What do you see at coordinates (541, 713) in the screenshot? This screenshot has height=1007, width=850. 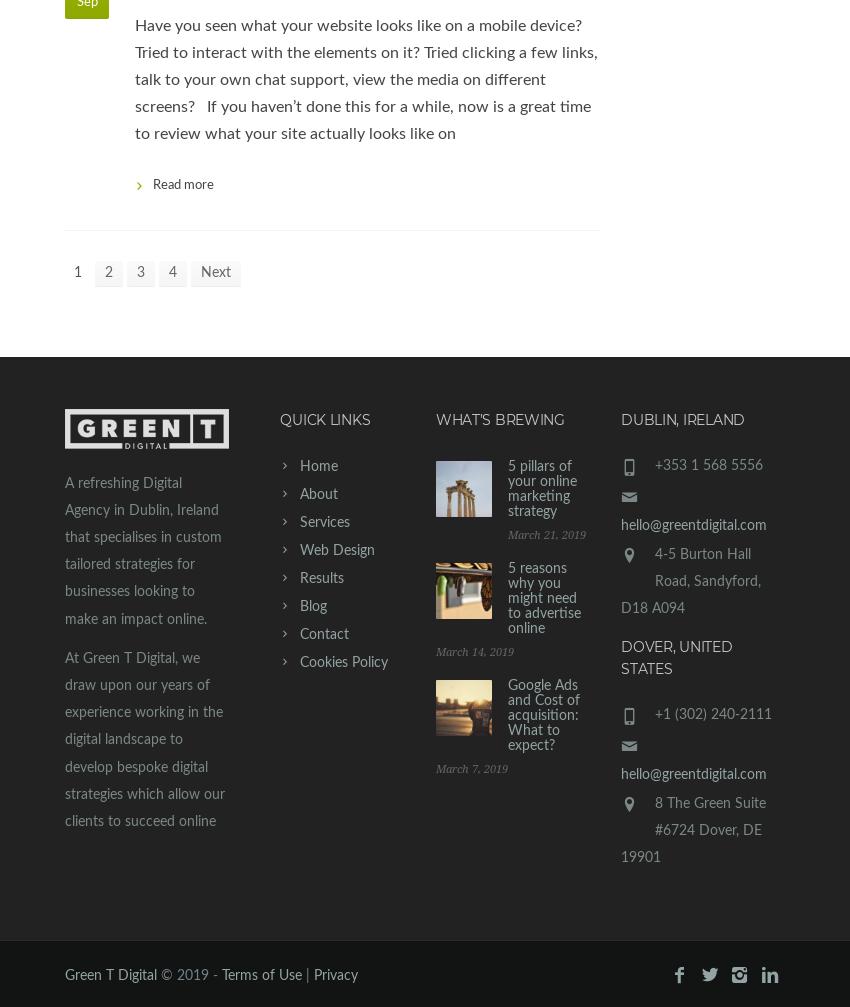 I see `'​Google Ads and Cost of acquisition: What to expect?'` at bounding box center [541, 713].